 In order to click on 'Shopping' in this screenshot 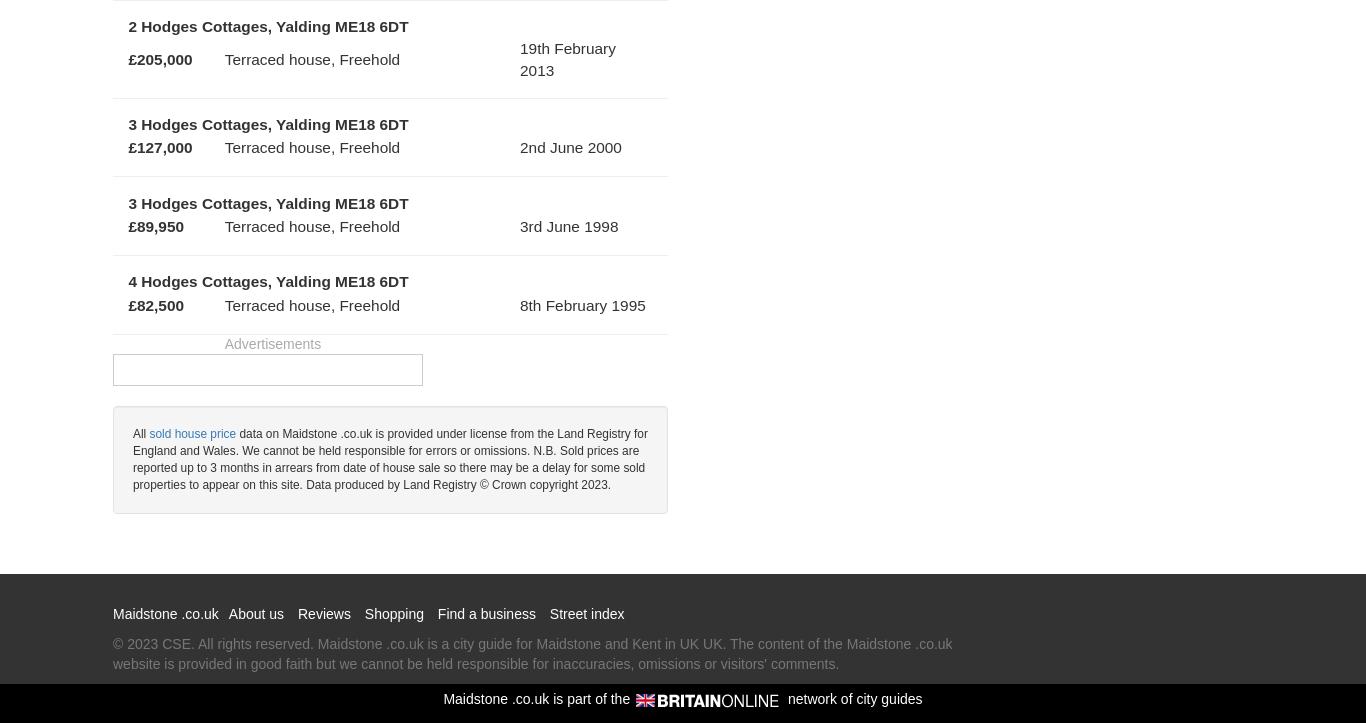, I will do `click(392, 613)`.